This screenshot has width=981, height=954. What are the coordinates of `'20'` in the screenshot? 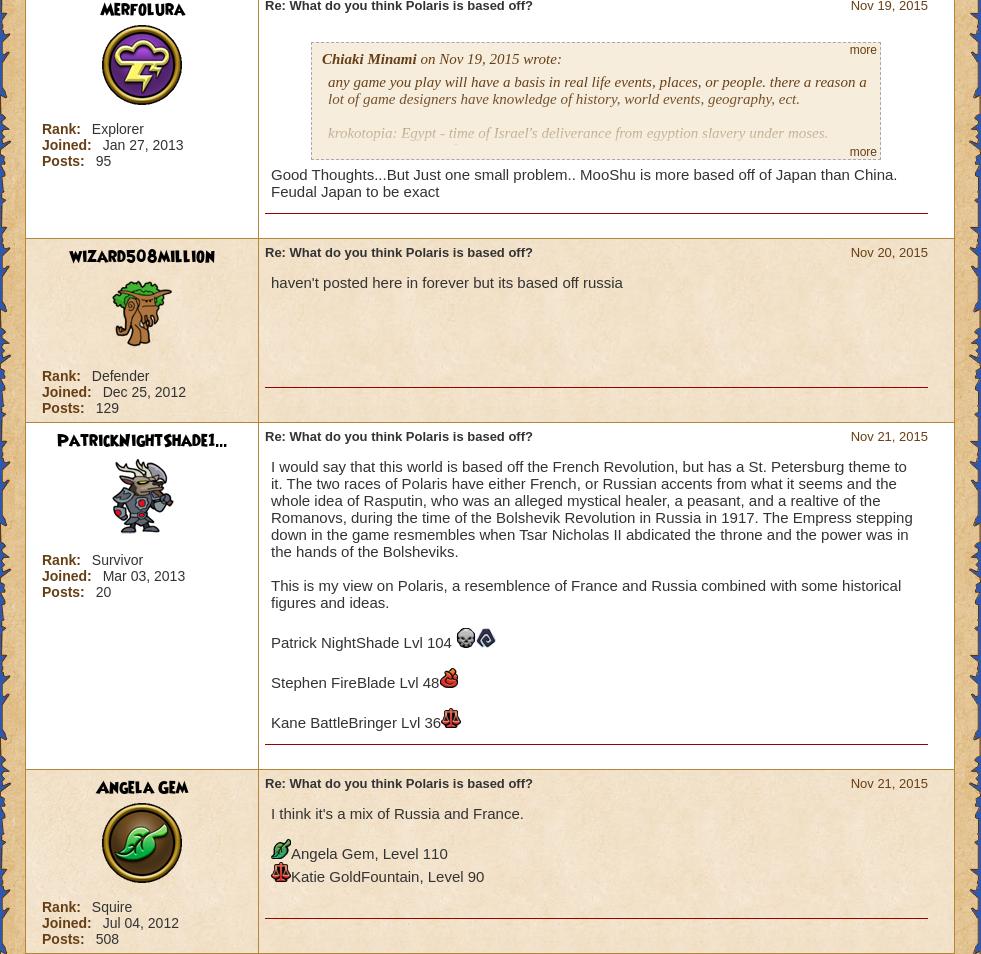 It's located at (102, 590).